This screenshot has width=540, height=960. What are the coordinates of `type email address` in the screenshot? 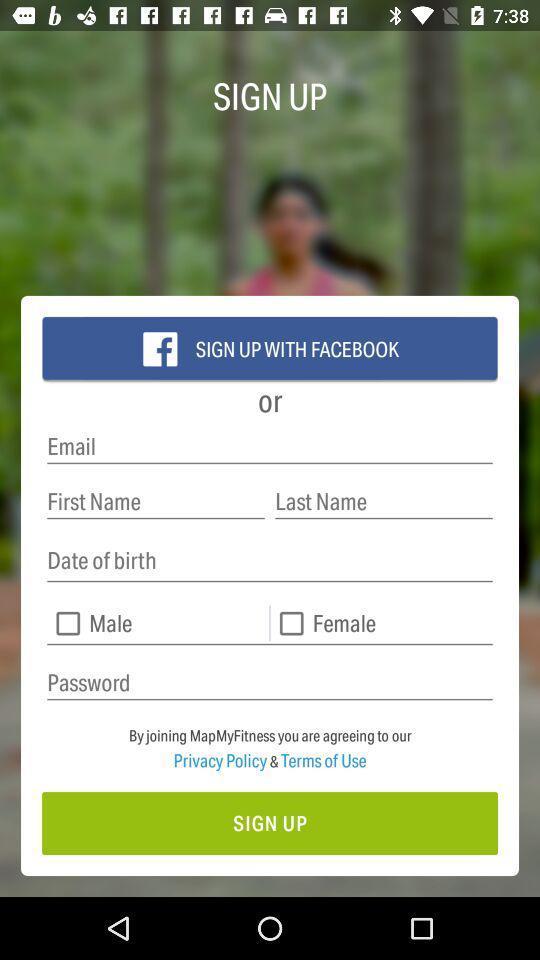 It's located at (270, 446).